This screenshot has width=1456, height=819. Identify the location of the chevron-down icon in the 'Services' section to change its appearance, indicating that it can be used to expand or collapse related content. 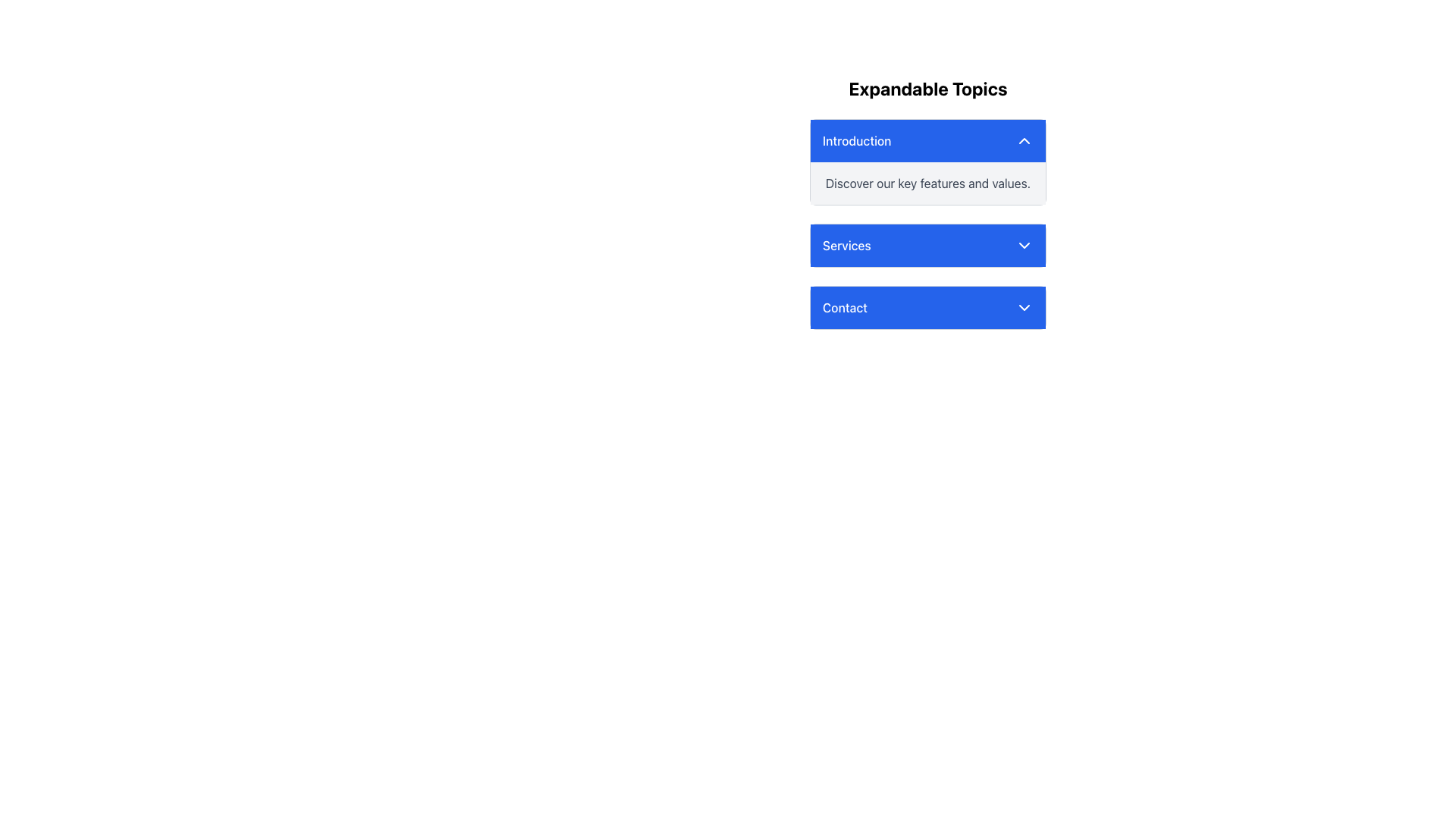
(1024, 245).